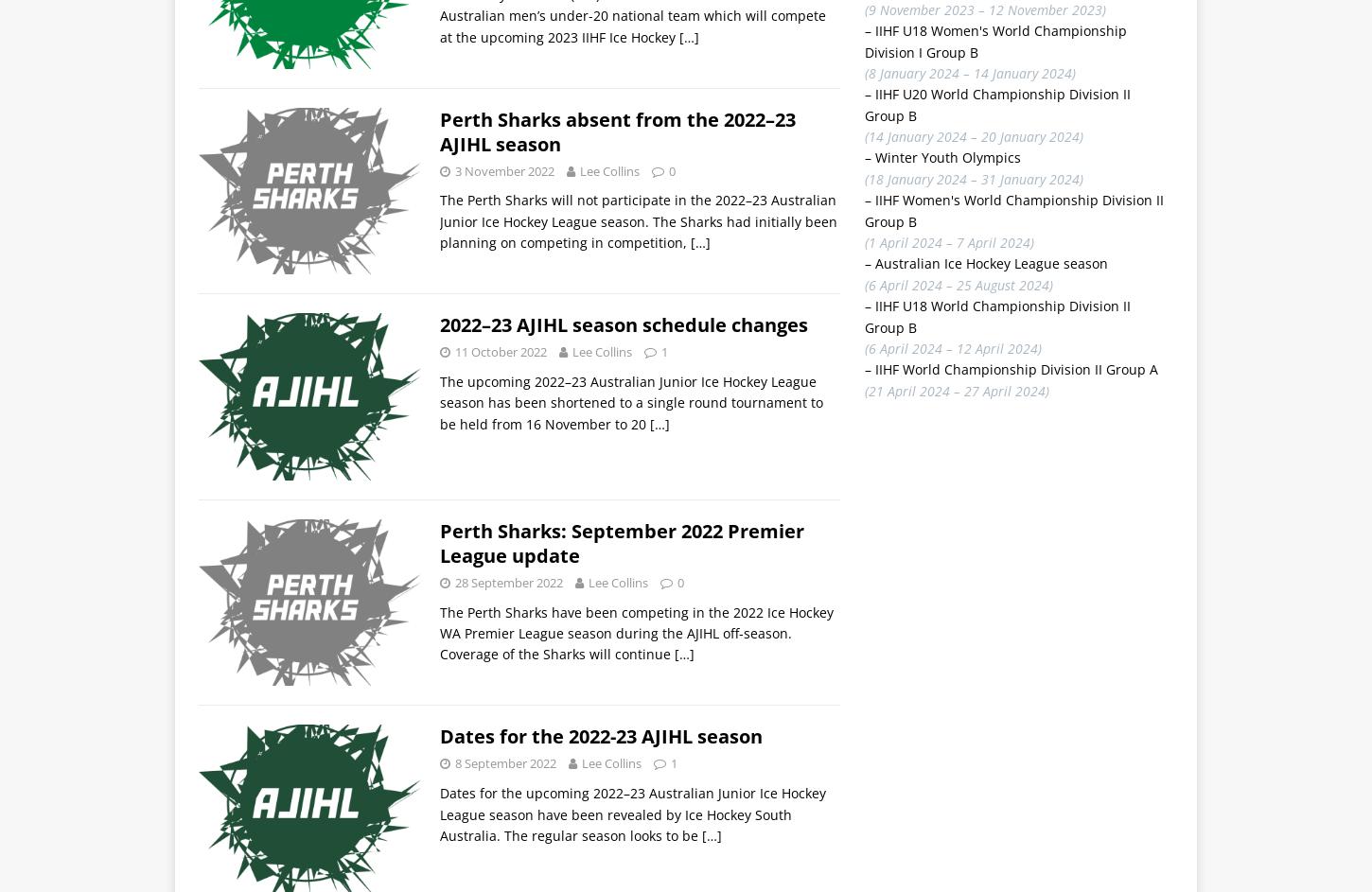 The width and height of the screenshot is (1372, 892). What do you see at coordinates (863, 210) in the screenshot?
I see `'IIHF Women's World Championship Division II Group B'` at bounding box center [863, 210].